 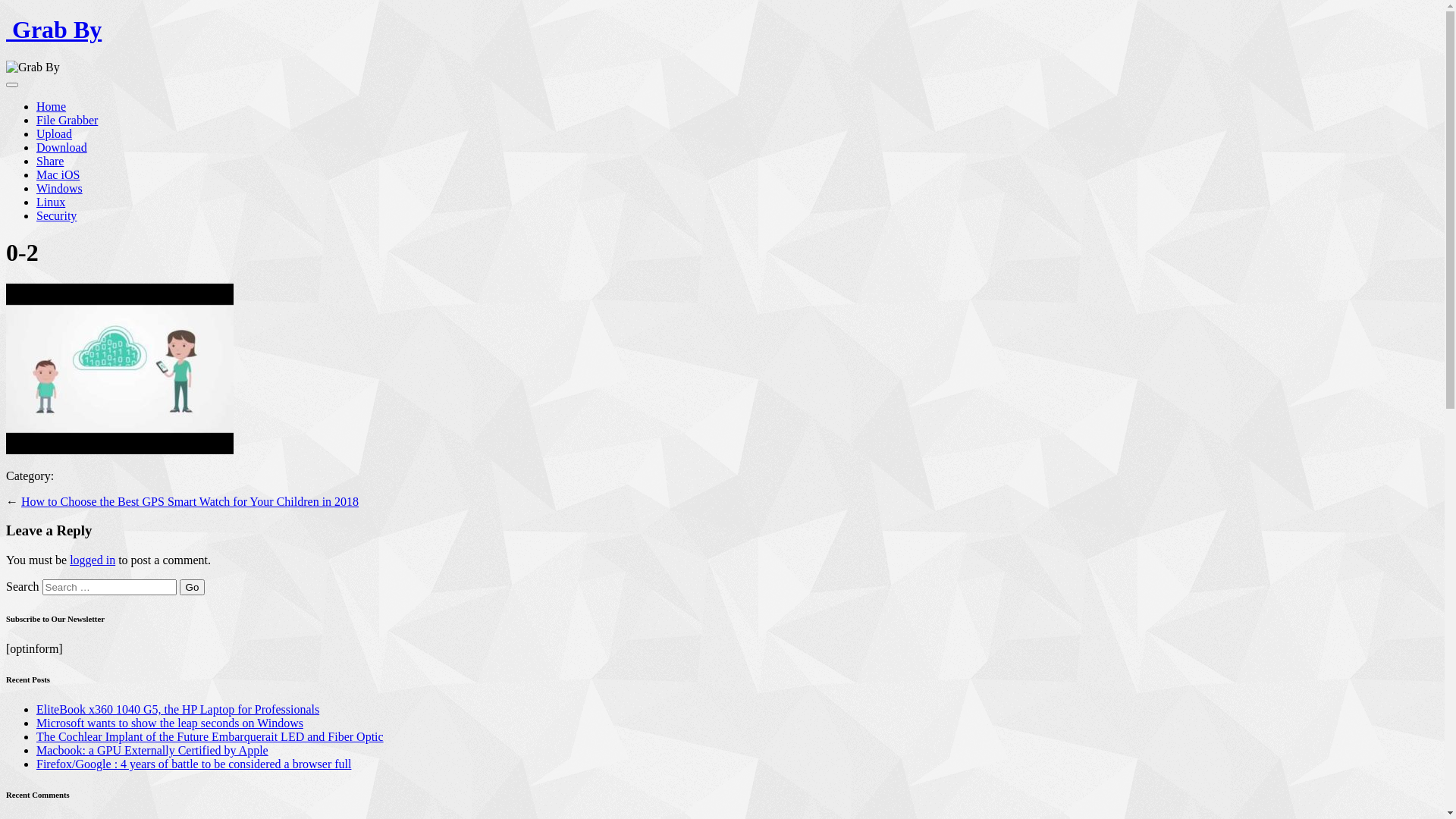 I want to click on 'Go', so click(x=179, y=586).